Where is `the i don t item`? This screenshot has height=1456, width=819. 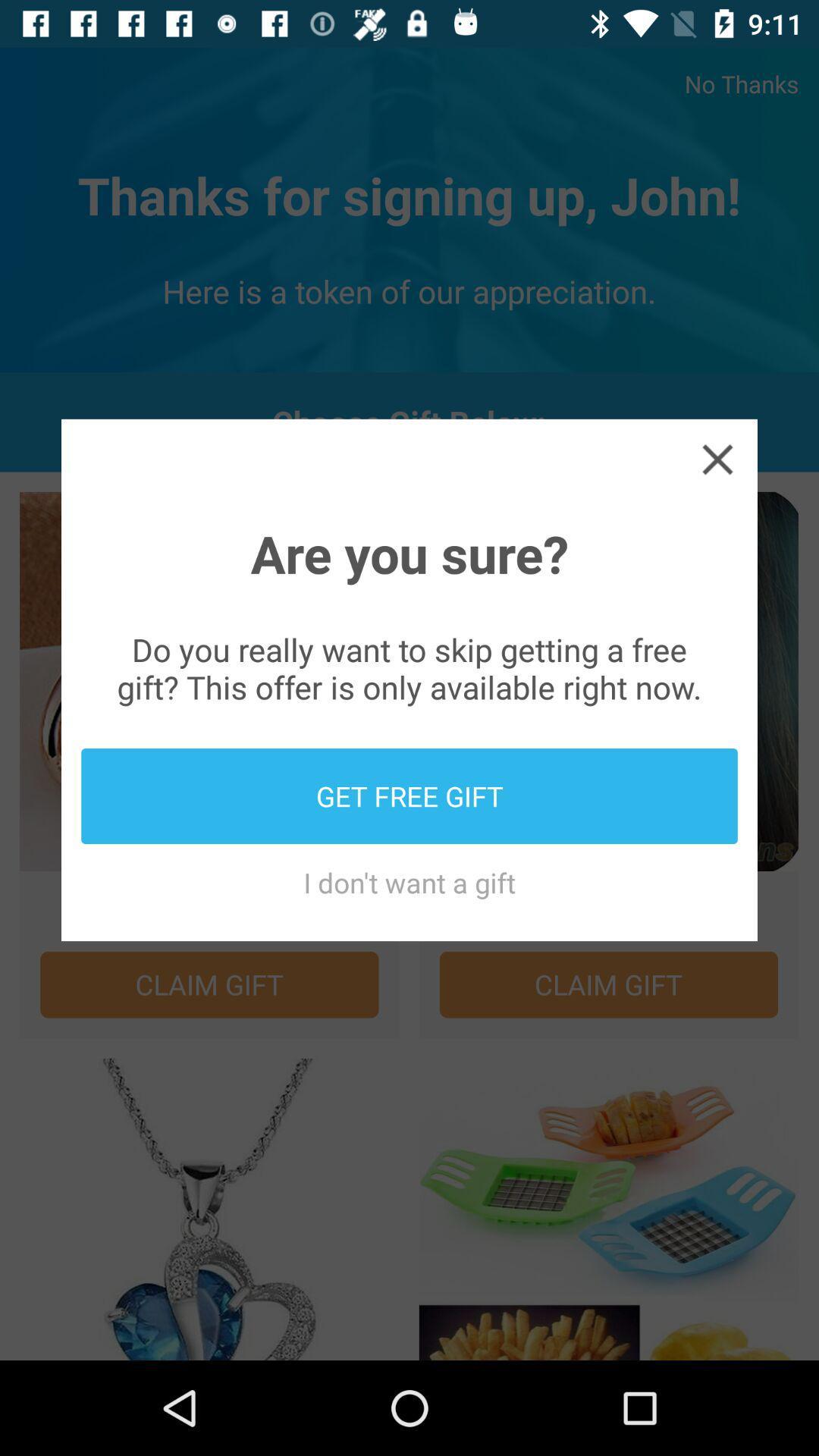
the i don t item is located at coordinates (409, 882).